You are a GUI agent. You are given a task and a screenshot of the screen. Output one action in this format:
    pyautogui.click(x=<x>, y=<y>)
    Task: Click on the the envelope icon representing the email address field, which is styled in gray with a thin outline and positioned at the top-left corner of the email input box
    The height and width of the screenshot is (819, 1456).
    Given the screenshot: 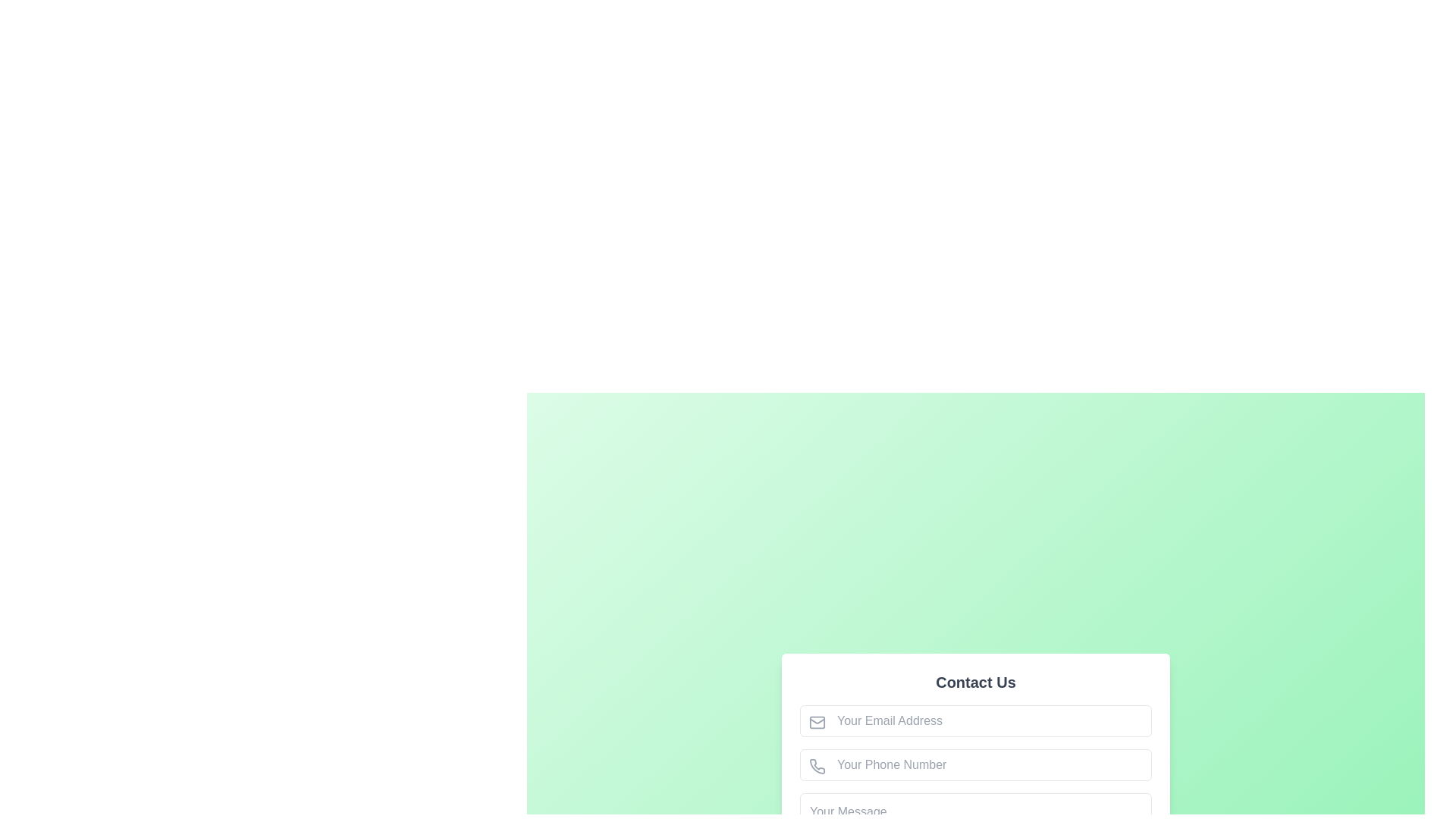 What is the action you would take?
    pyautogui.click(x=817, y=721)
    